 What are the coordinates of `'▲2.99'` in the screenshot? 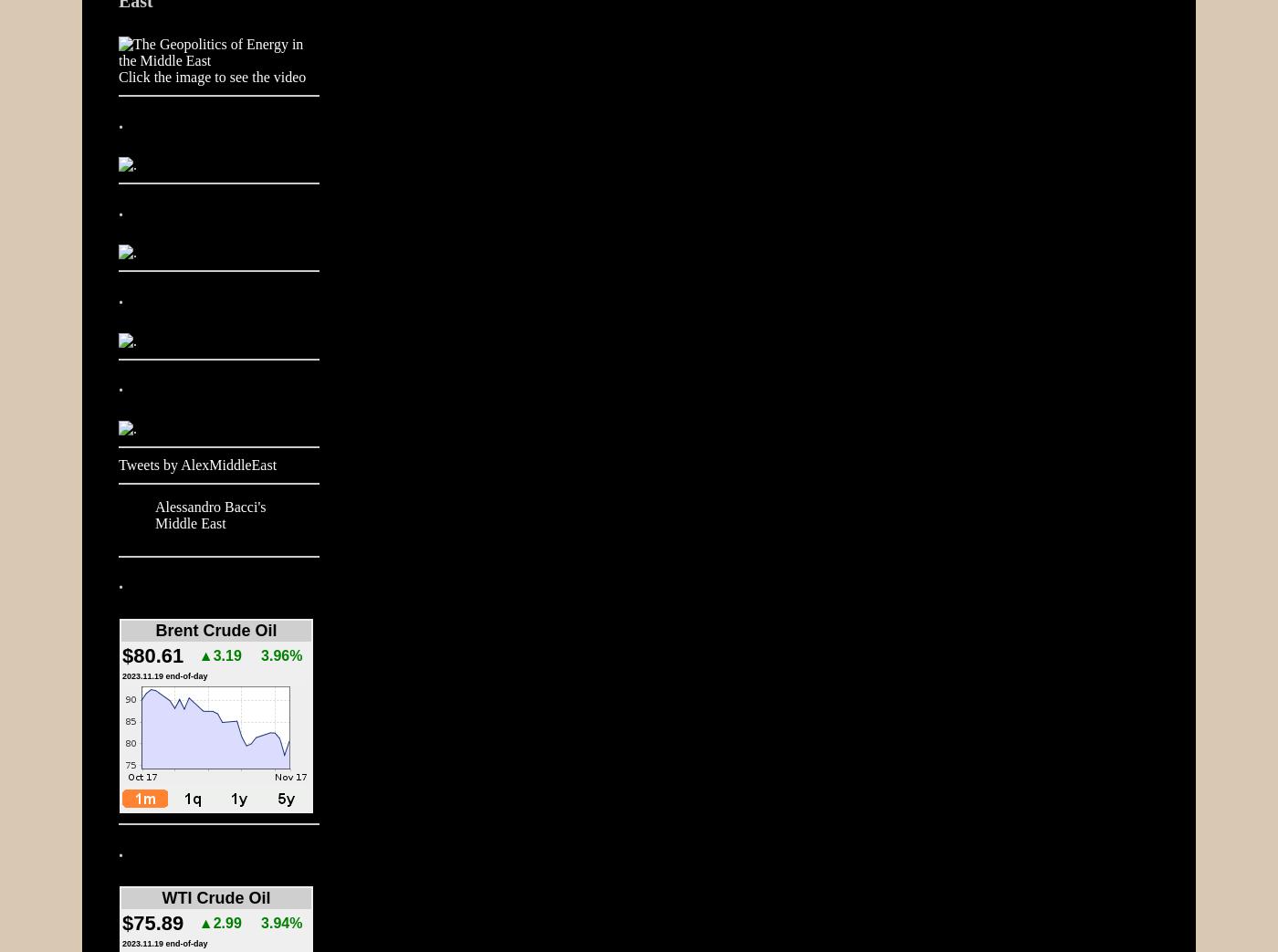 It's located at (219, 923).